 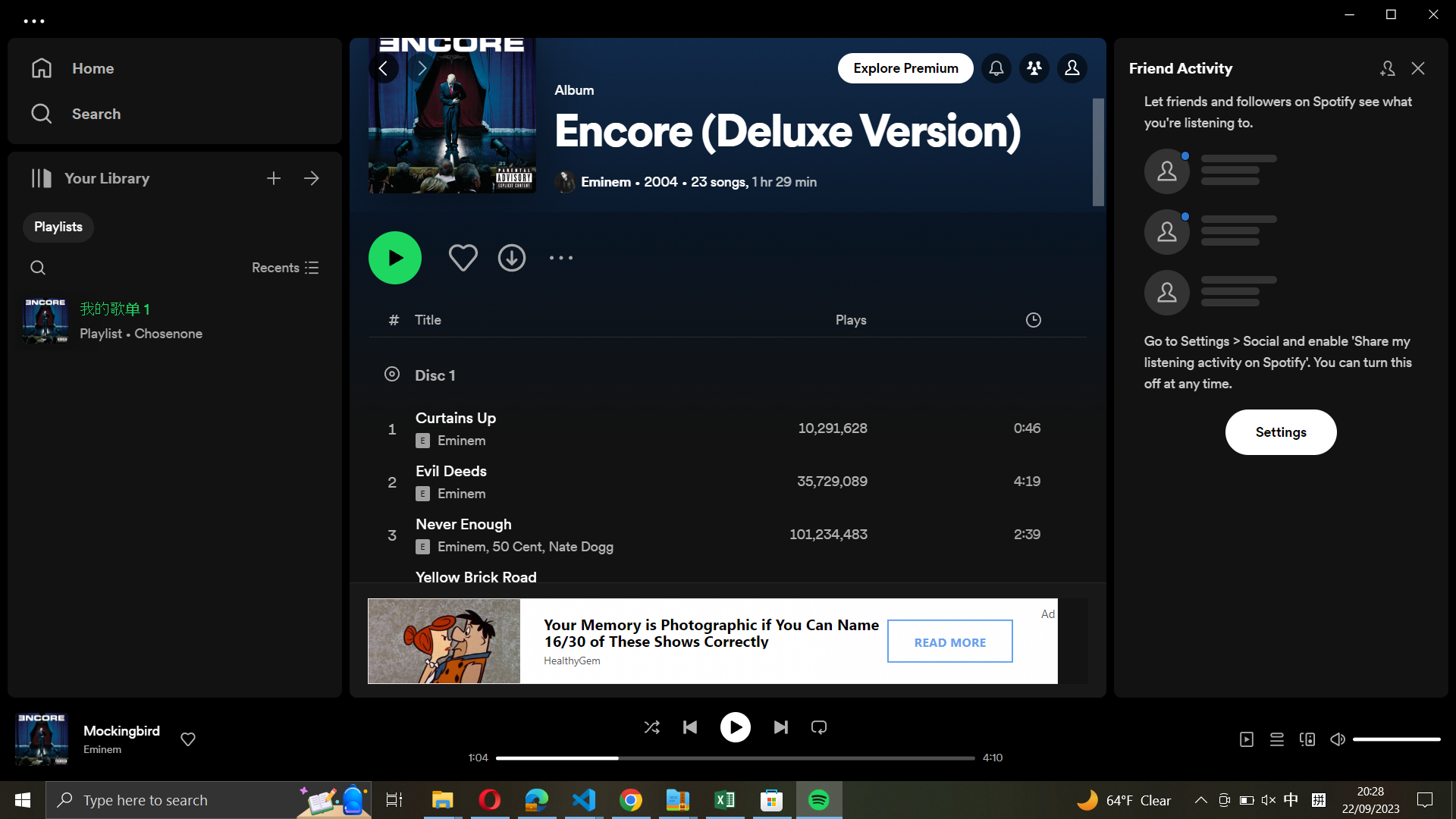 I want to click on Return to the initial part of the song currently playing, so click(x=507, y=758).